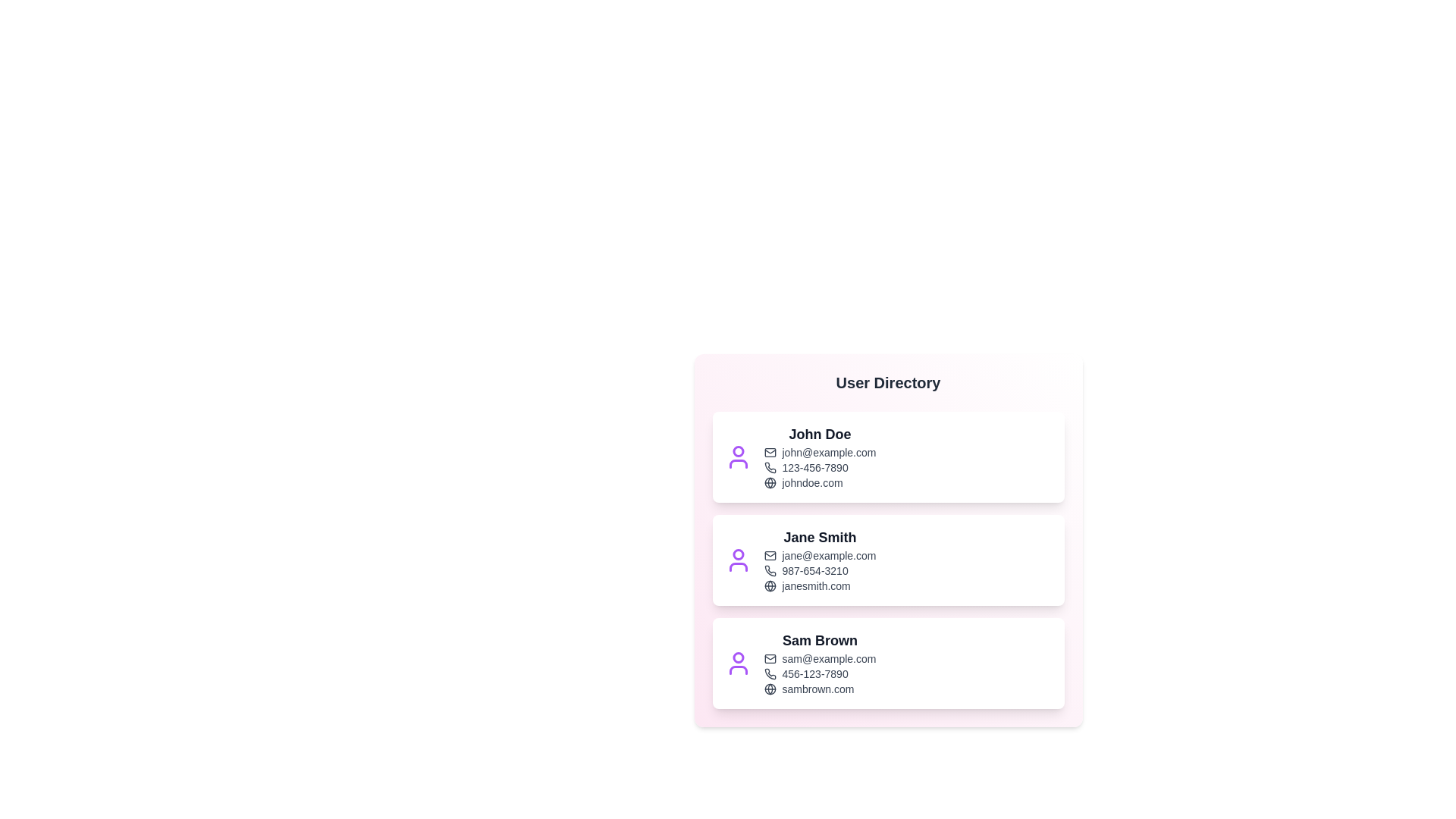  Describe the element at coordinates (819, 657) in the screenshot. I see `the email address of Sam Brown` at that location.